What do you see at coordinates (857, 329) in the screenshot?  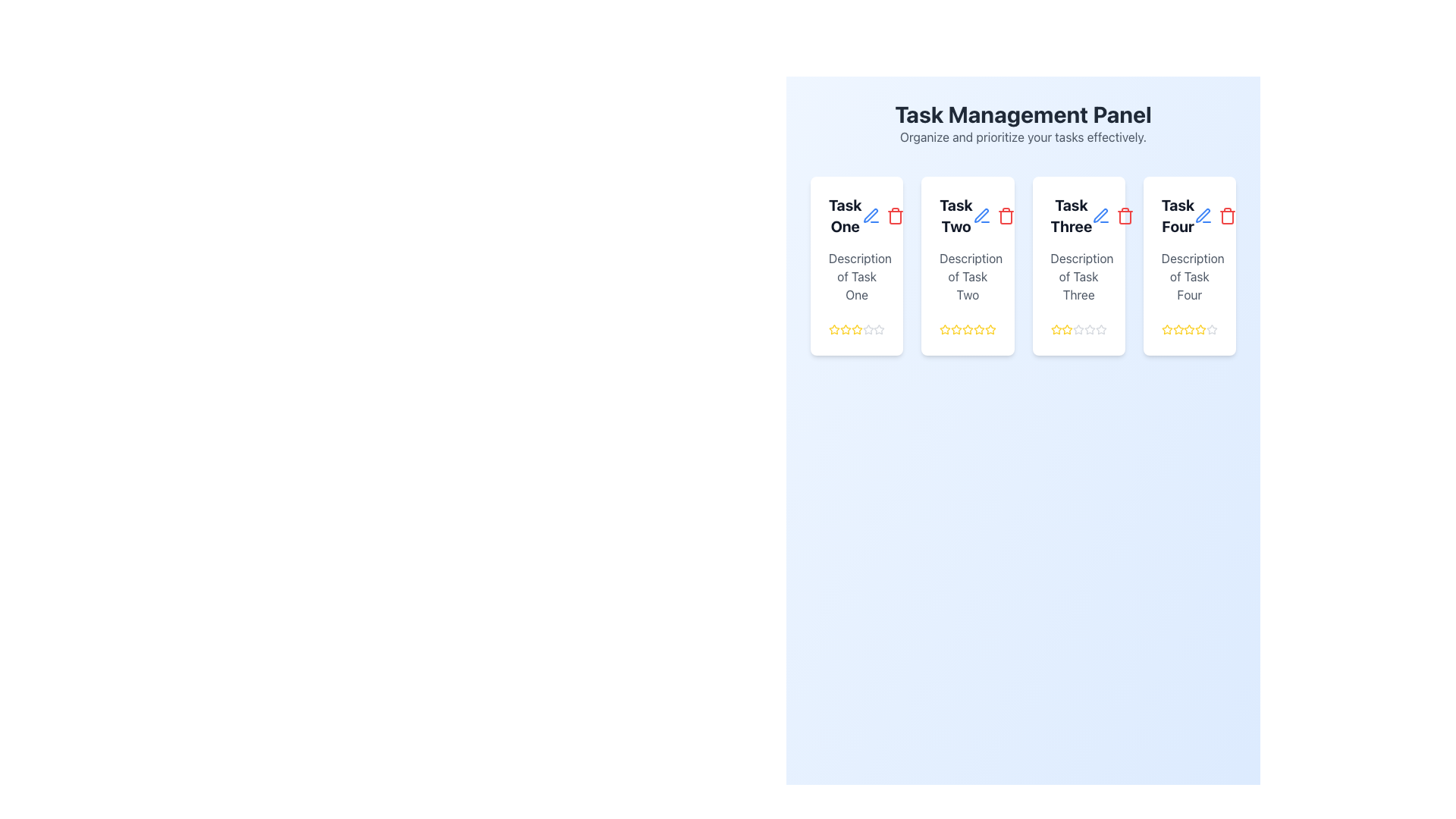 I see `the third star in the rating system for 'Task One'` at bounding box center [857, 329].